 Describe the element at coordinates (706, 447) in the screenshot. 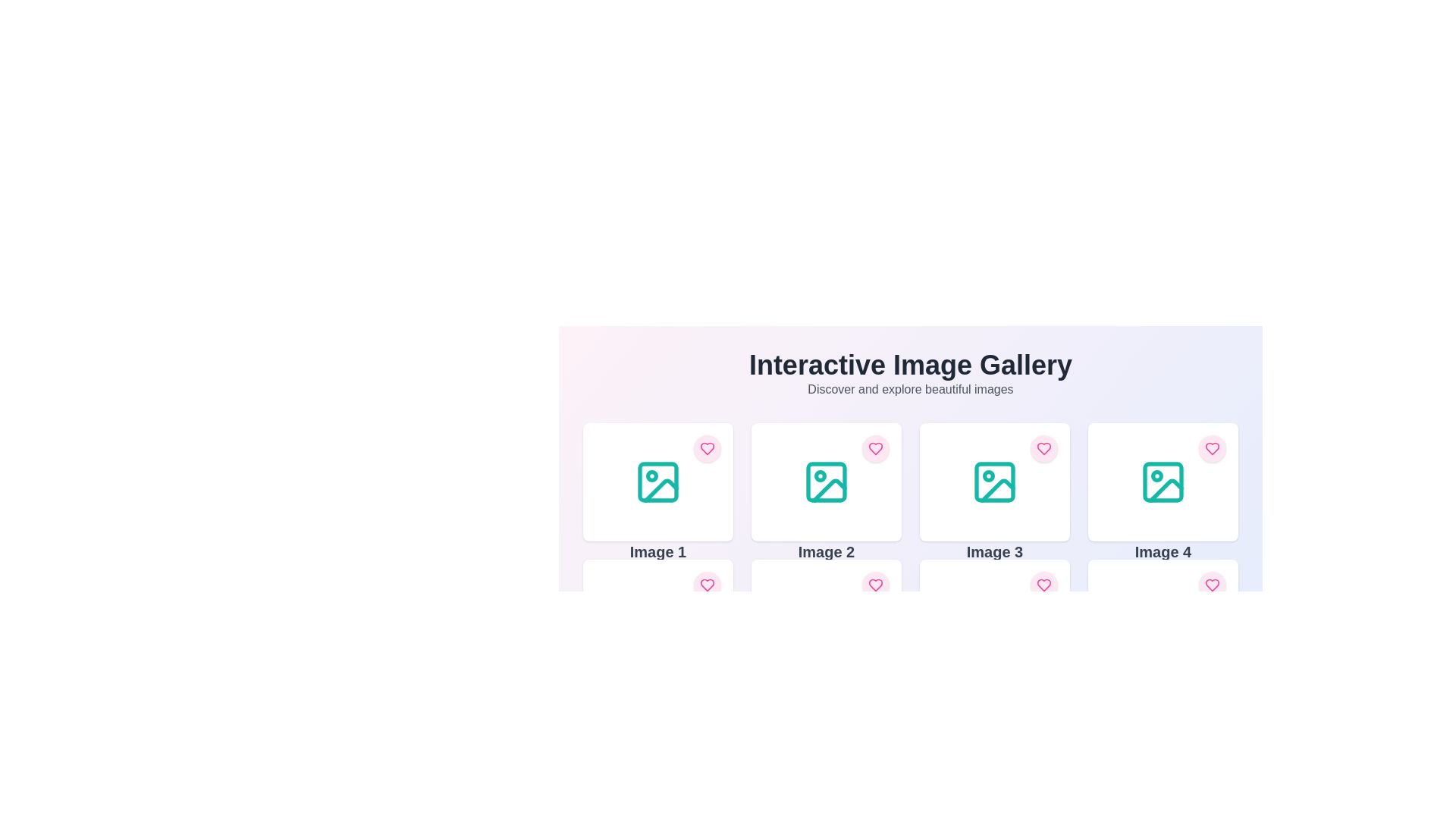

I see `the favorite button located in the top-right corner of the card labeled 'Image 1' in the gallery grid` at that location.